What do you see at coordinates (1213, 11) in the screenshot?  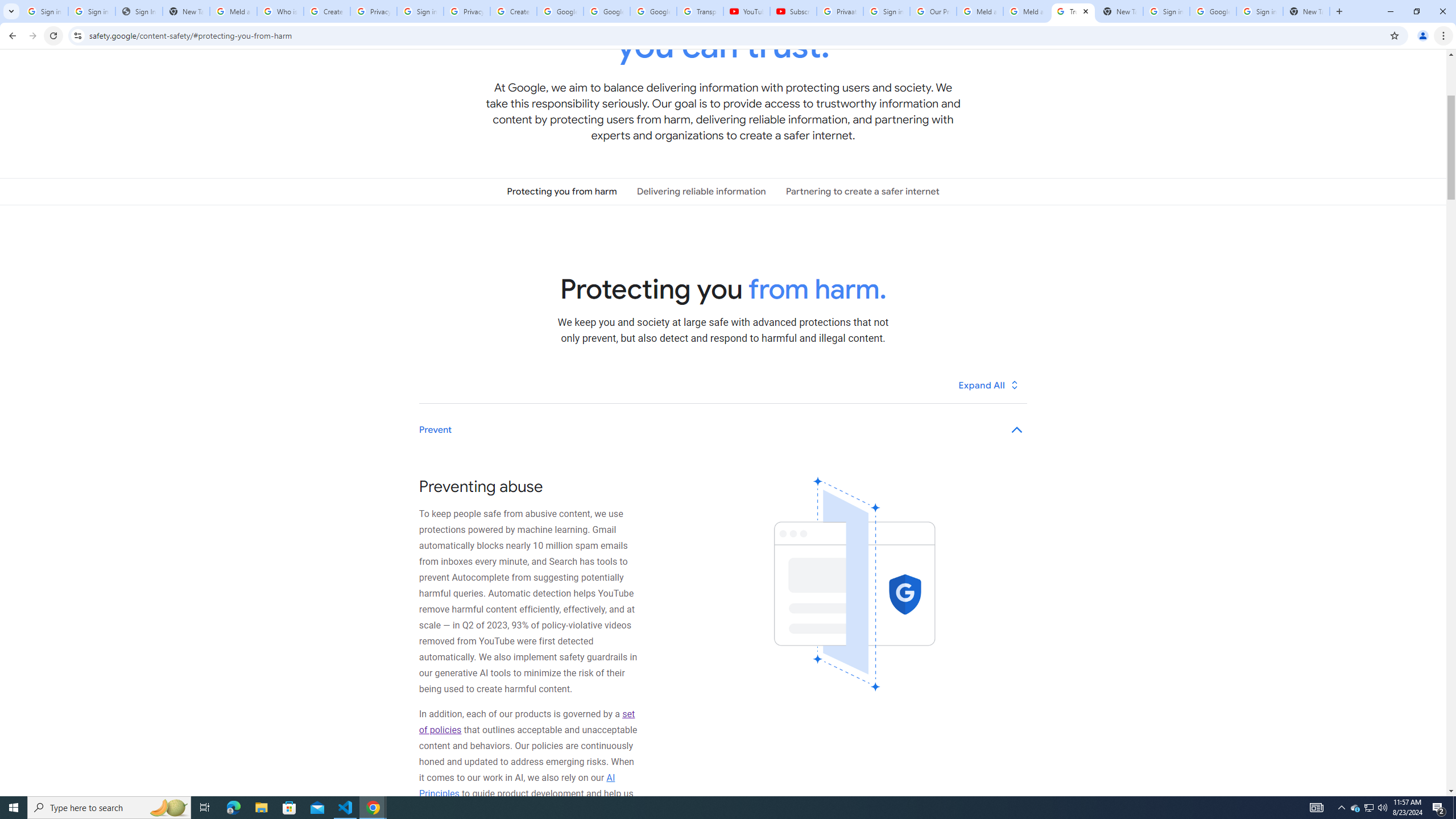 I see `'Google Cybersecurity Innovations - Google Safety Center'` at bounding box center [1213, 11].